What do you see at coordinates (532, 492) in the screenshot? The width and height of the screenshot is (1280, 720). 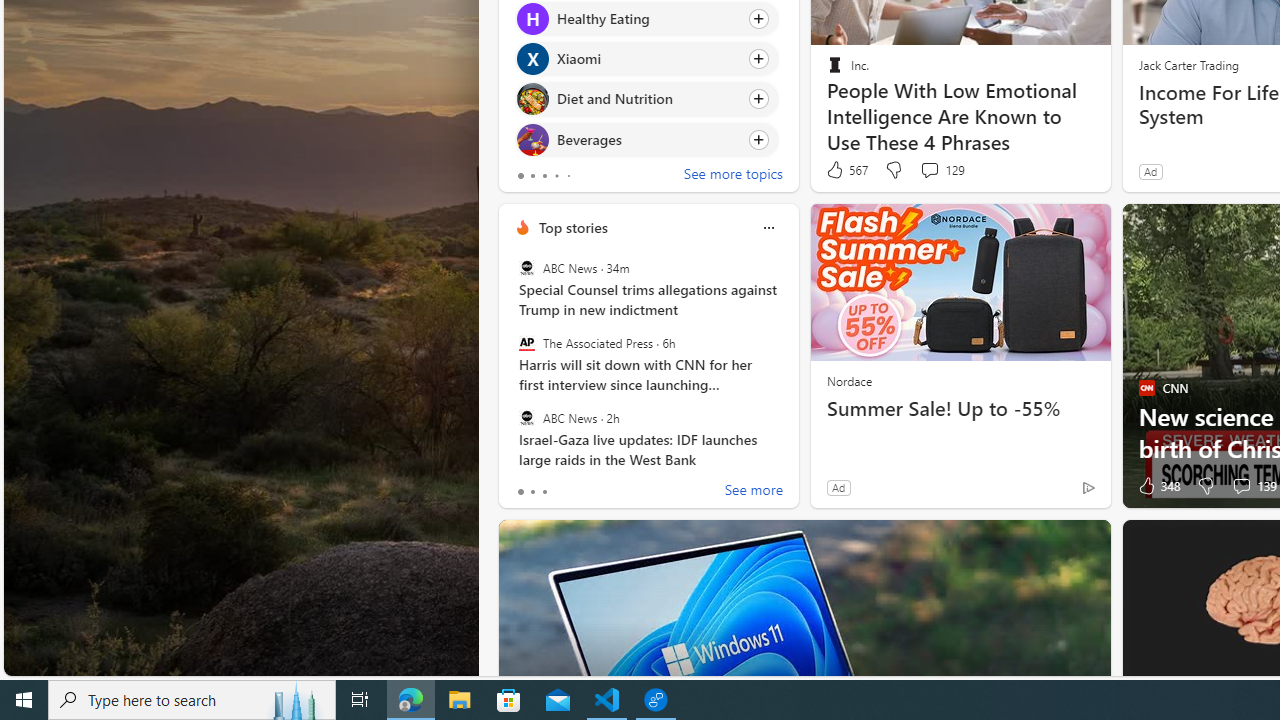 I see `'tab-1'` at bounding box center [532, 492].